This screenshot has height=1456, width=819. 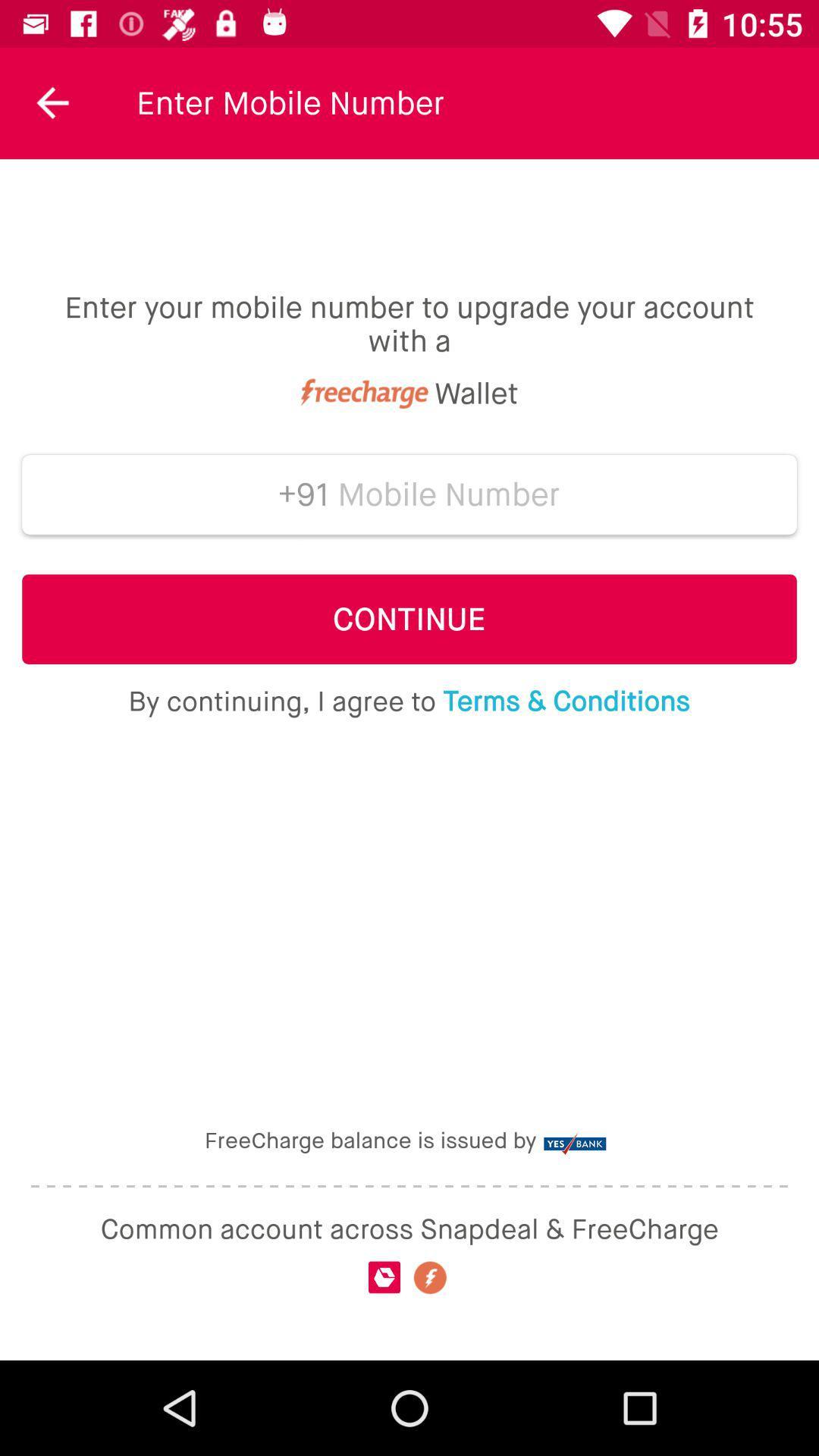 I want to click on free charge icon at bottom of the page, so click(x=430, y=1276).